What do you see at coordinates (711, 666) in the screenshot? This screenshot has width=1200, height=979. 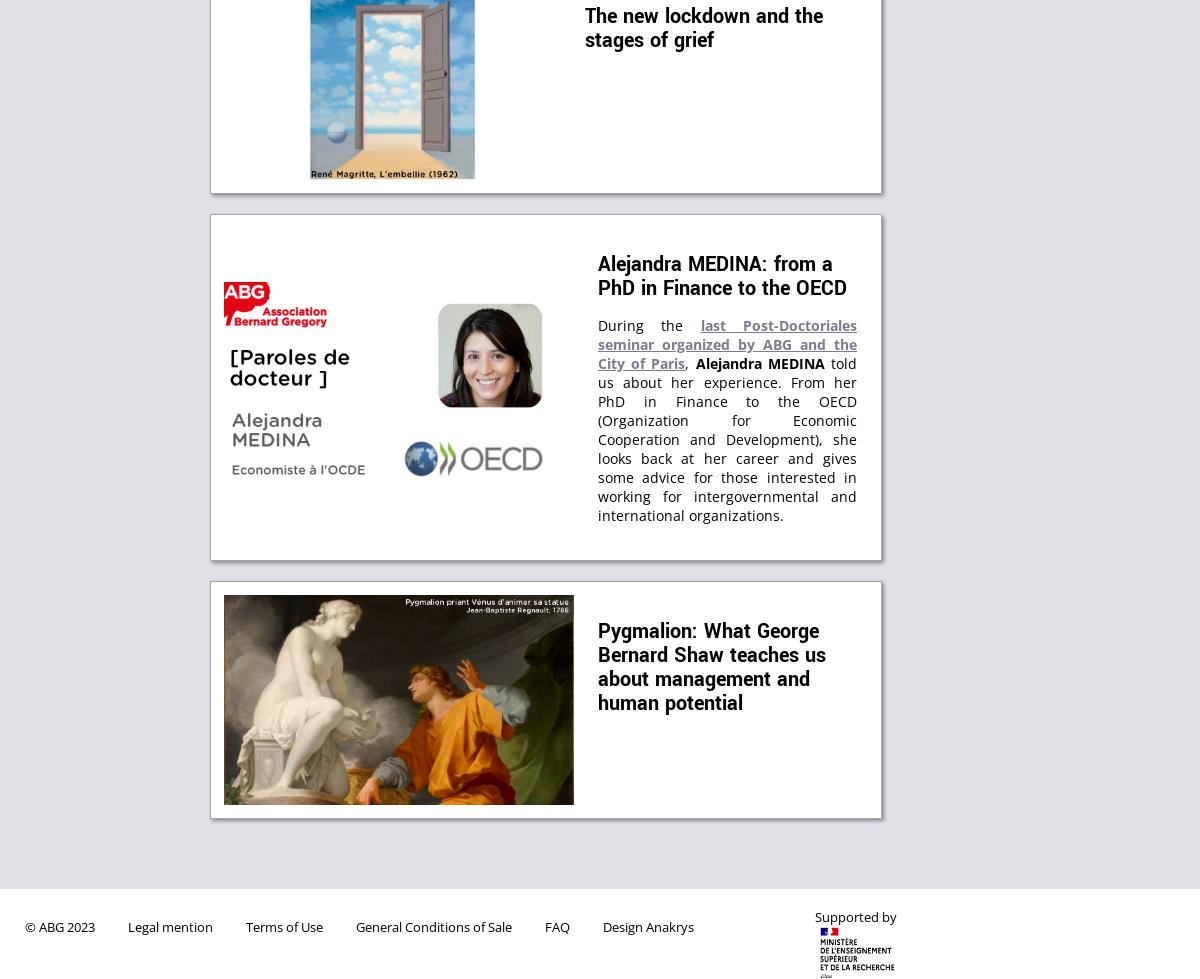 I see `'Pygmalion: What George Bernard Shaw teaches us about management and human potential'` at bounding box center [711, 666].